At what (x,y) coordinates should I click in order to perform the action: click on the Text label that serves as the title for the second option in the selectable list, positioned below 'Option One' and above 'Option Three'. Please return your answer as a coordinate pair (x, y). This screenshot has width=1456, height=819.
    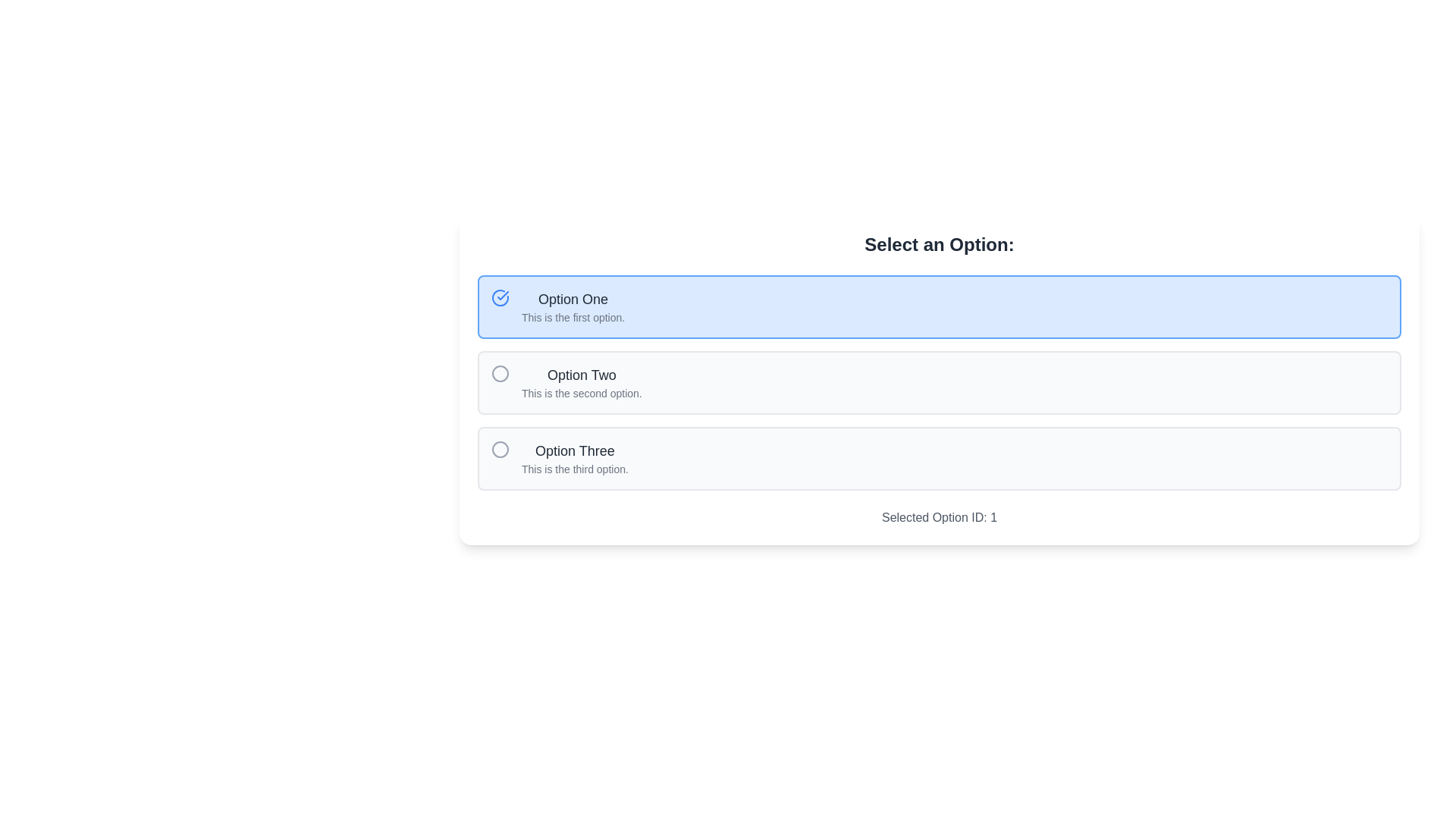
    Looking at the image, I should click on (581, 375).